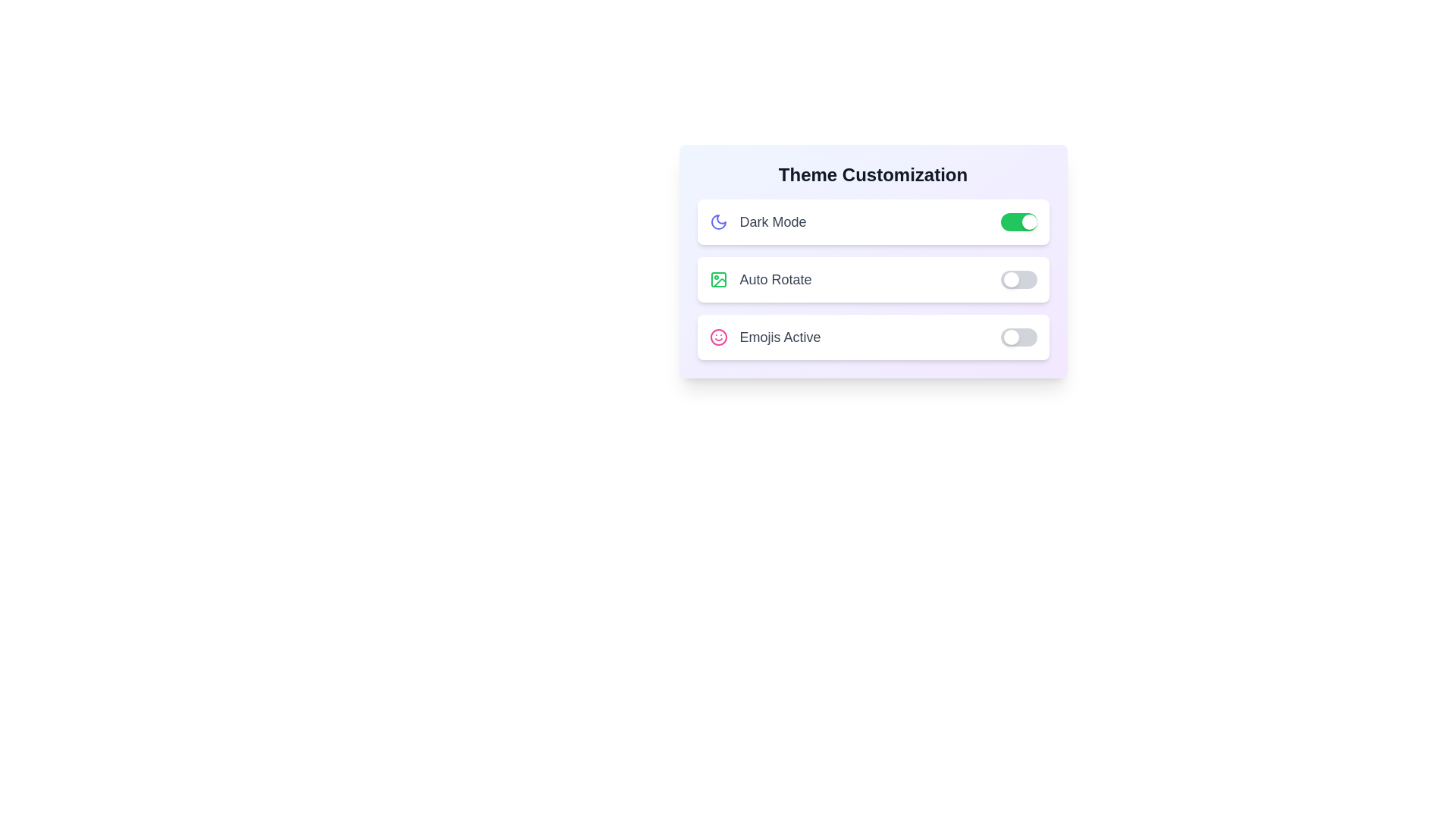  What do you see at coordinates (717, 280) in the screenshot?
I see `the small icon representing an image with a green stroke, located in the 'Auto Rotate' row of the 'Theme Customization' section, preceding the label 'Auto Rotate'` at bounding box center [717, 280].